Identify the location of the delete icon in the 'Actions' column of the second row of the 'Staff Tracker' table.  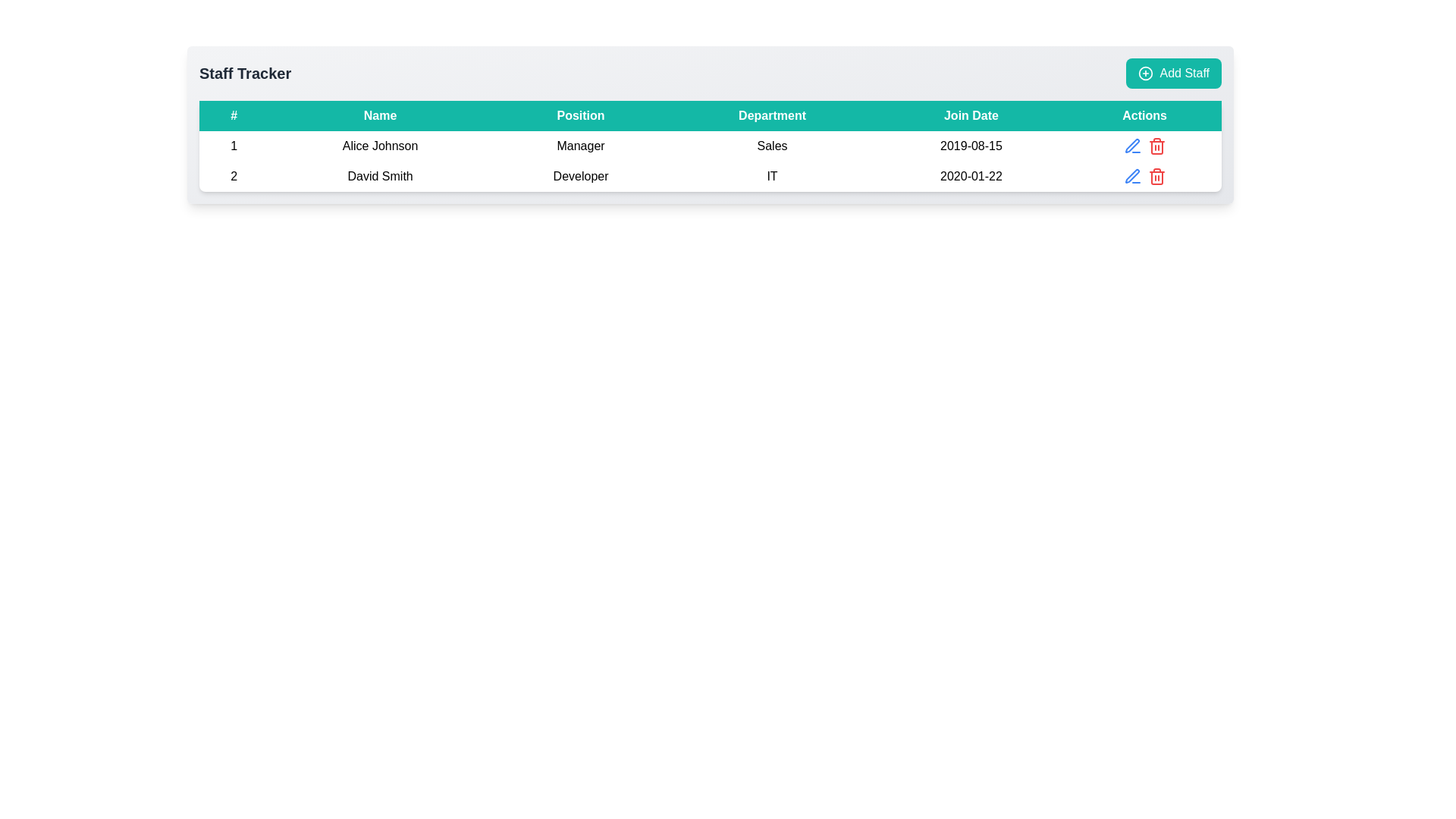
(1156, 175).